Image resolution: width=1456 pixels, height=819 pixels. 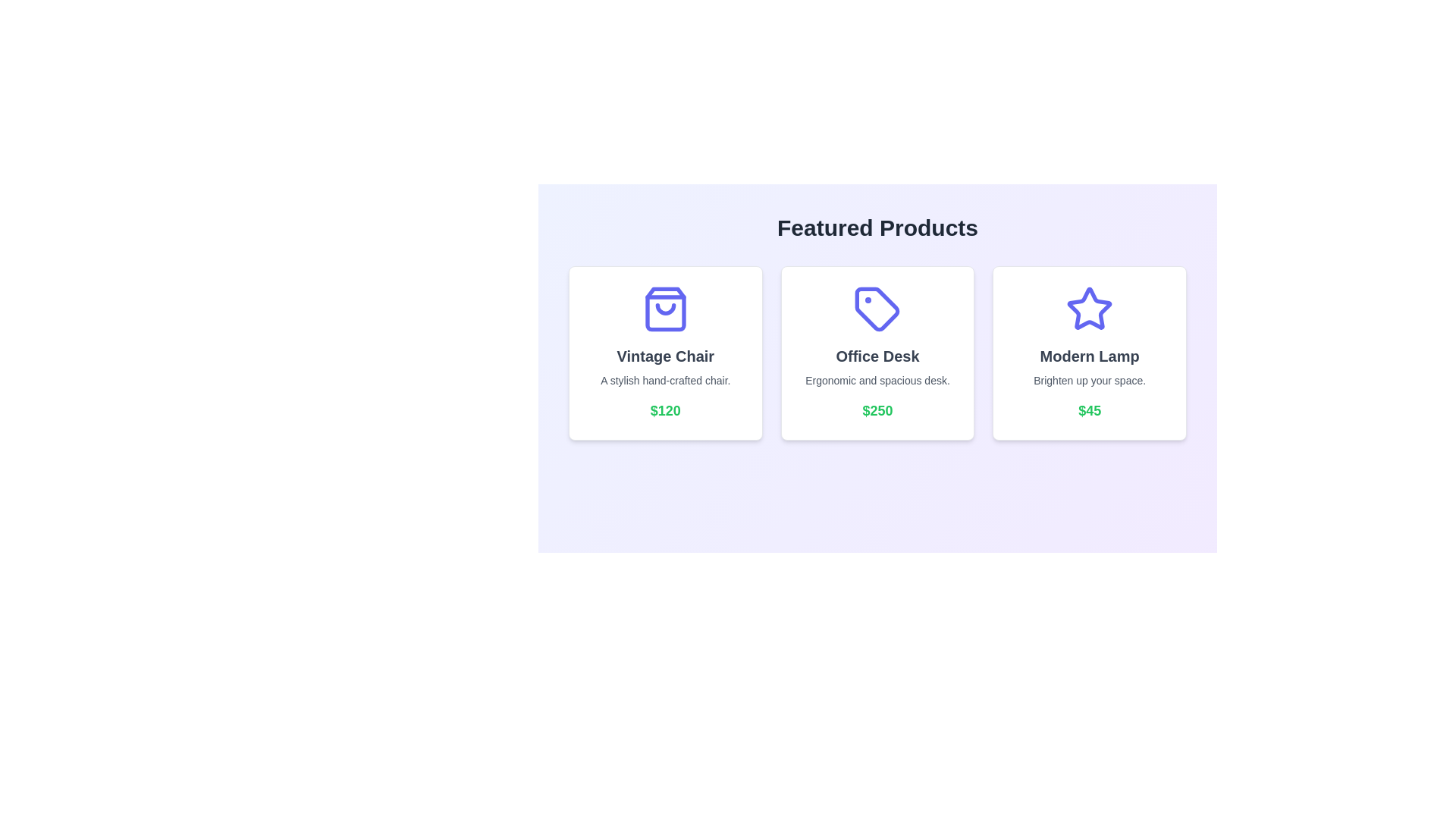 What do you see at coordinates (1089, 379) in the screenshot?
I see `the descriptive subtitle element for the product located below the title 'Modern Lamp' and above the price text '$45'` at bounding box center [1089, 379].